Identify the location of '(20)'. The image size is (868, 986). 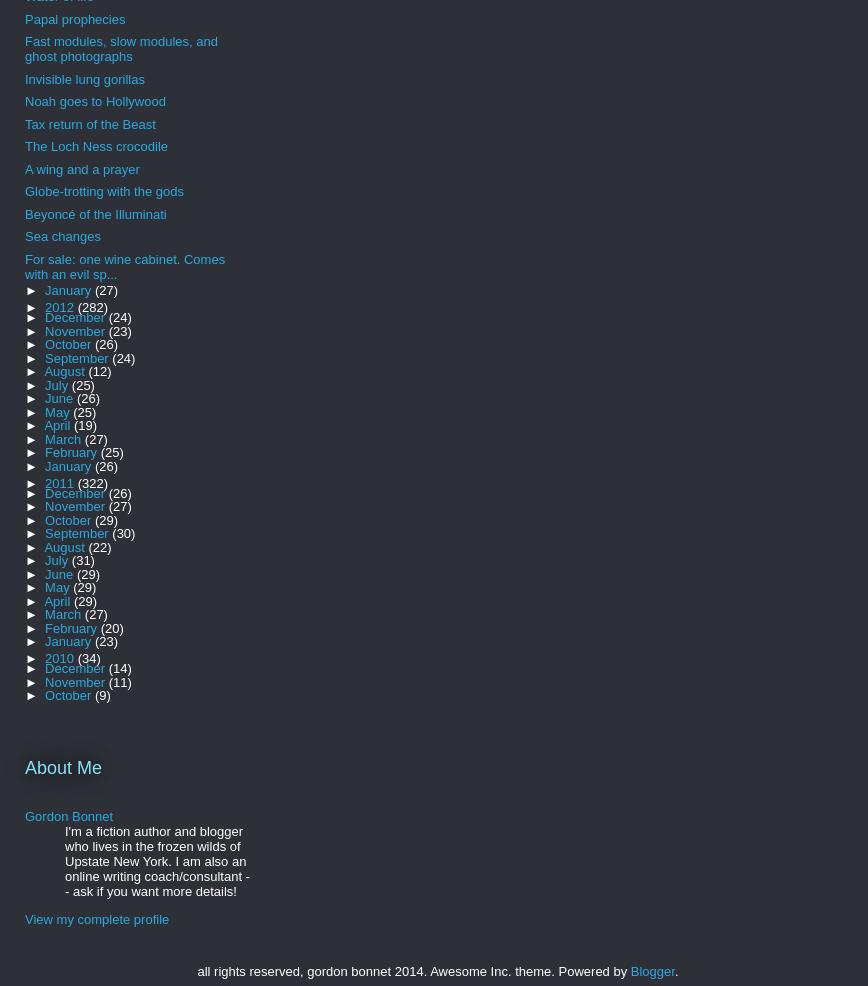
(99, 627).